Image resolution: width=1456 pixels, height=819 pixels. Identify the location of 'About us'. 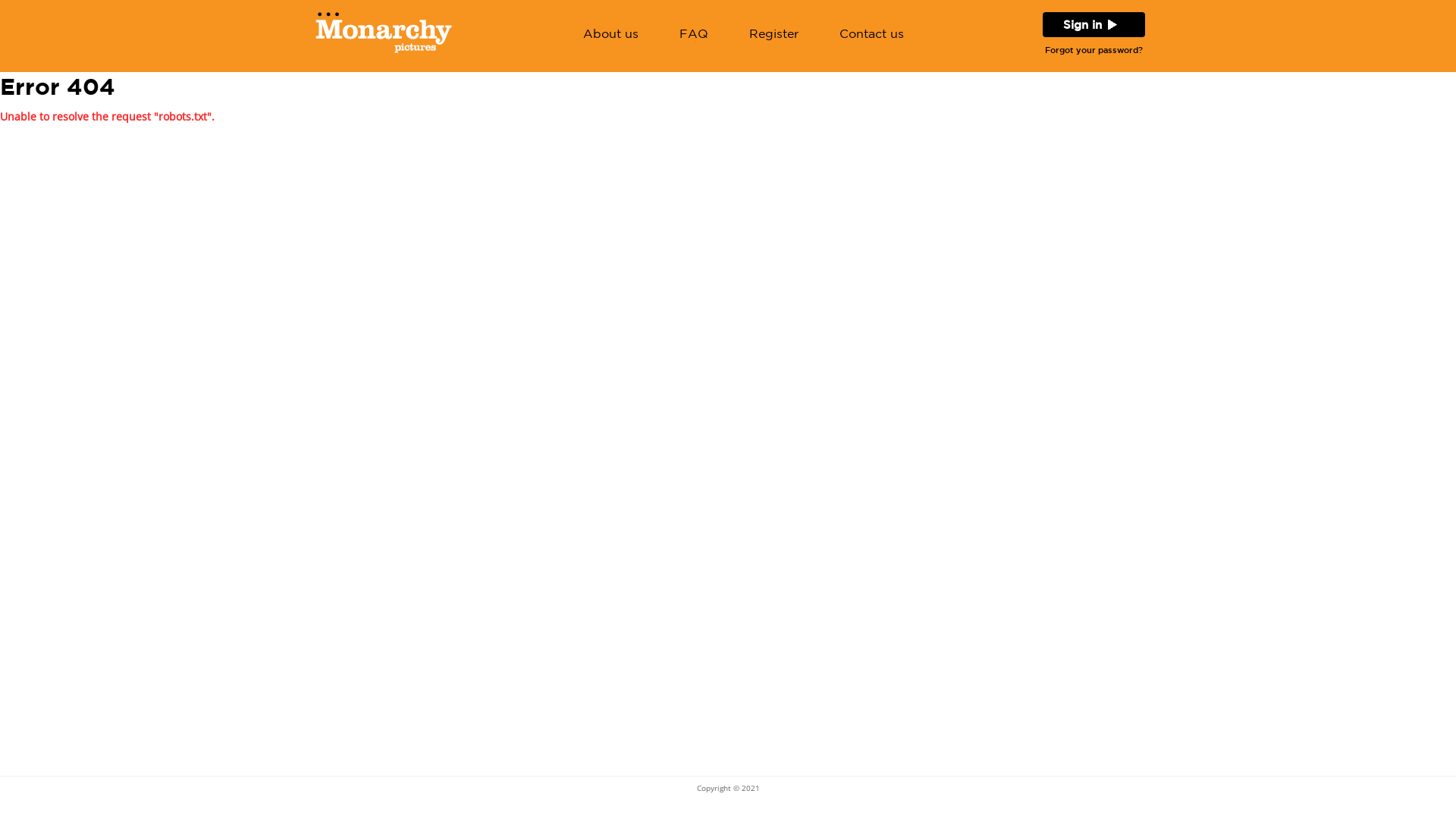
(582, 34).